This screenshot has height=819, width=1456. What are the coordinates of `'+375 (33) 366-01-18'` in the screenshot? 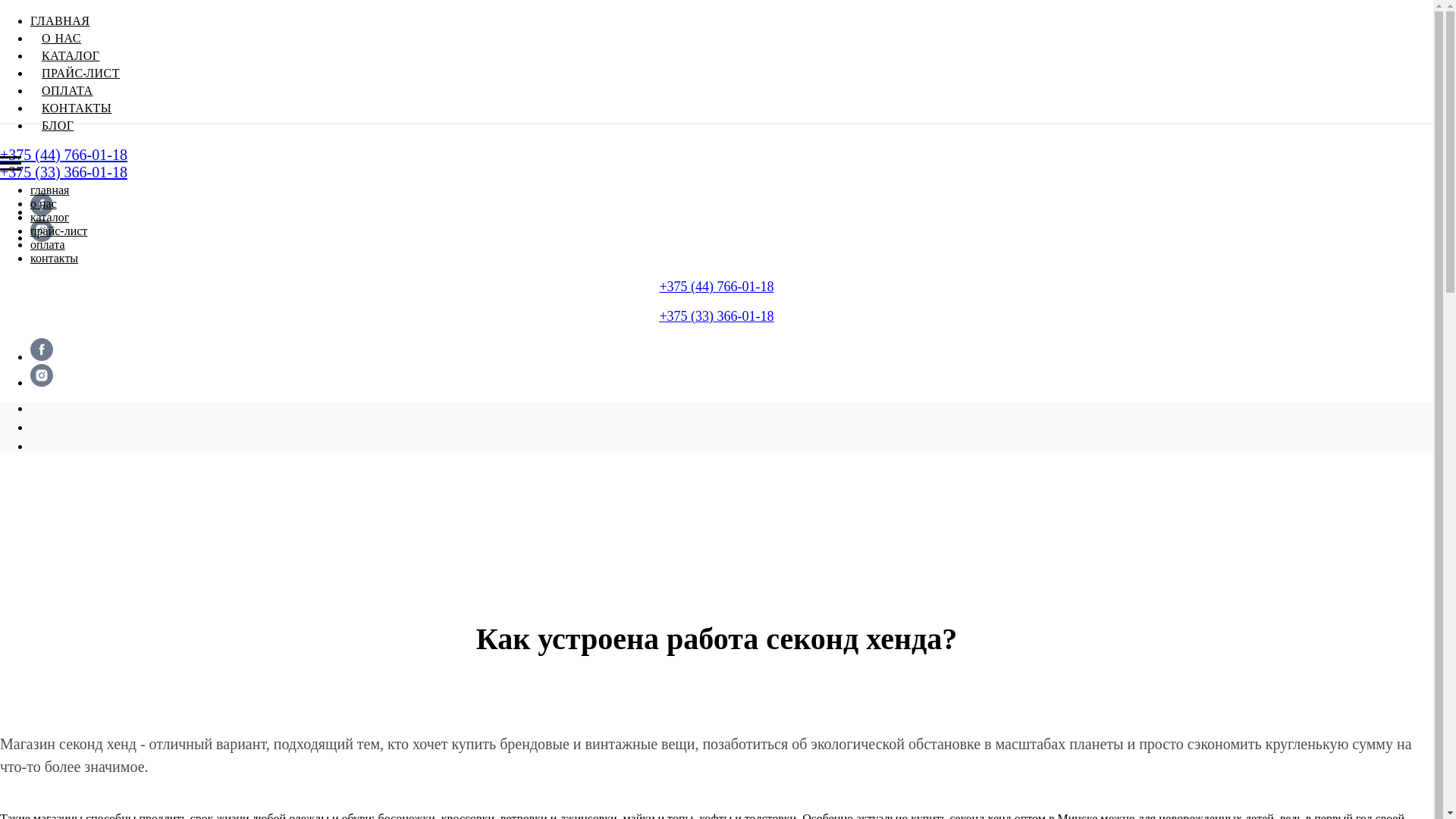 It's located at (715, 315).